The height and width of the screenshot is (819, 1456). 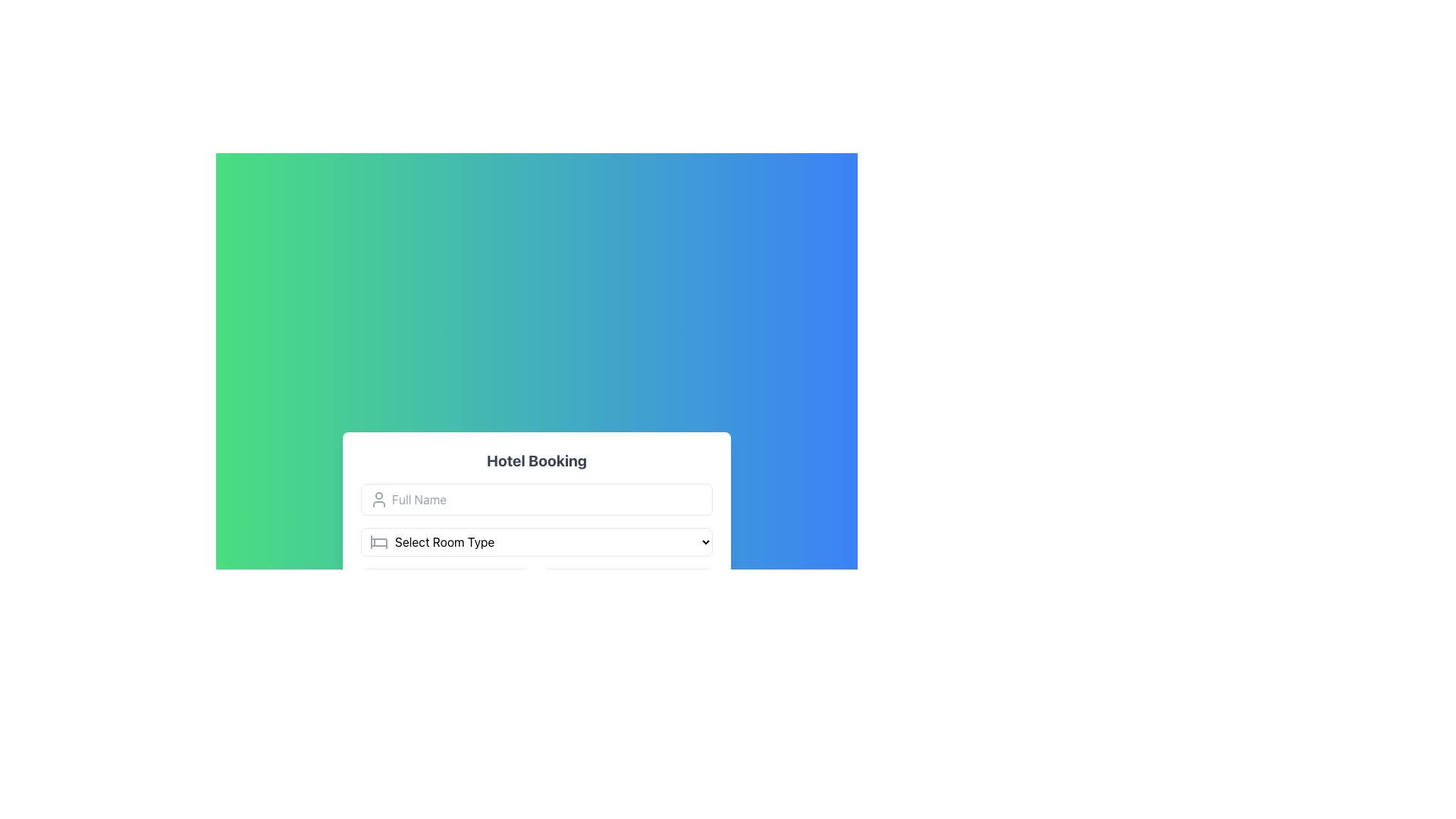 I want to click on the 'Select Room Type' dropdown menu in the 'Hotel Booking' form, so click(x=537, y=562).